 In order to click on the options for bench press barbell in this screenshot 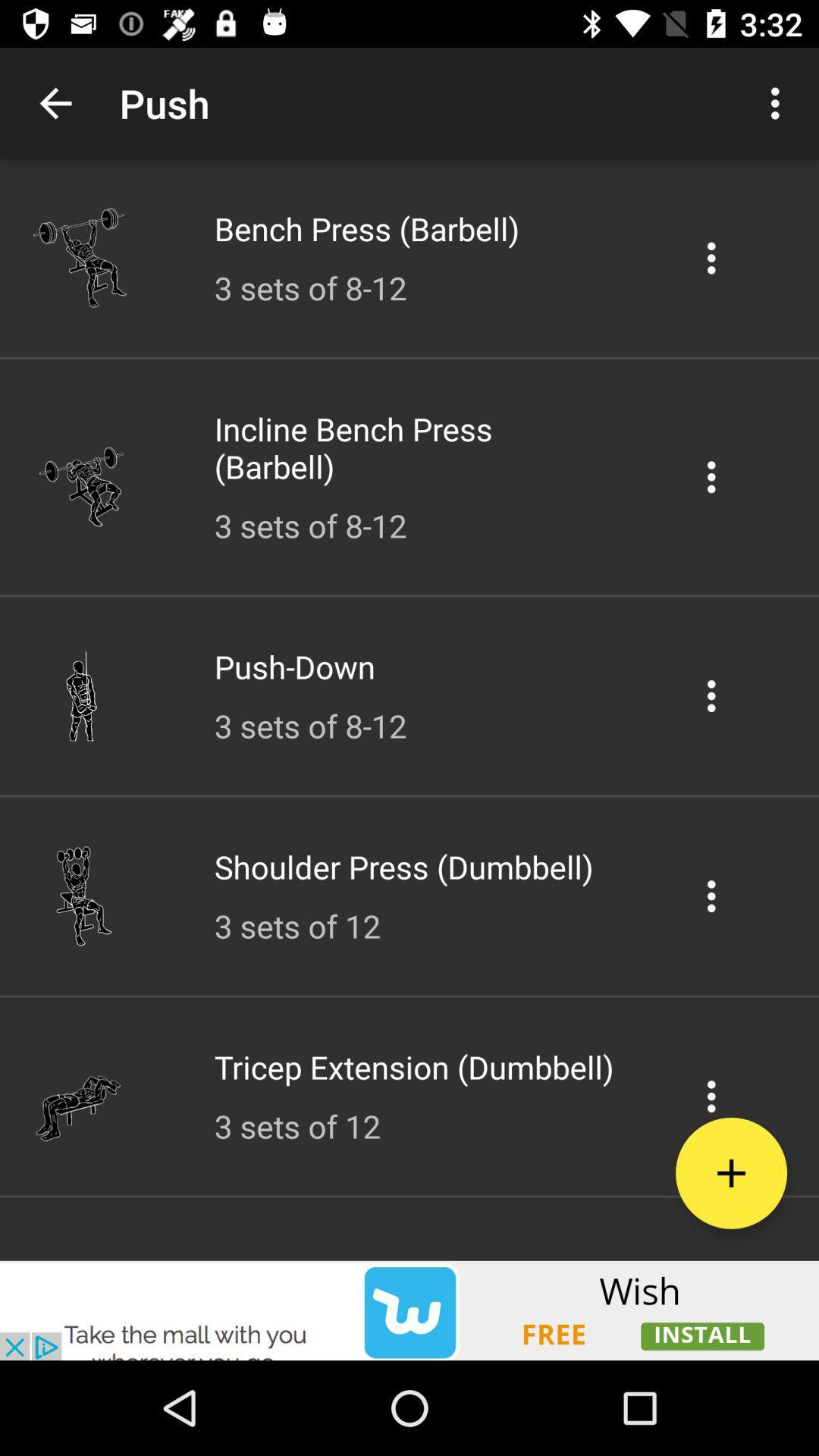, I will do `click(711, 258)`.